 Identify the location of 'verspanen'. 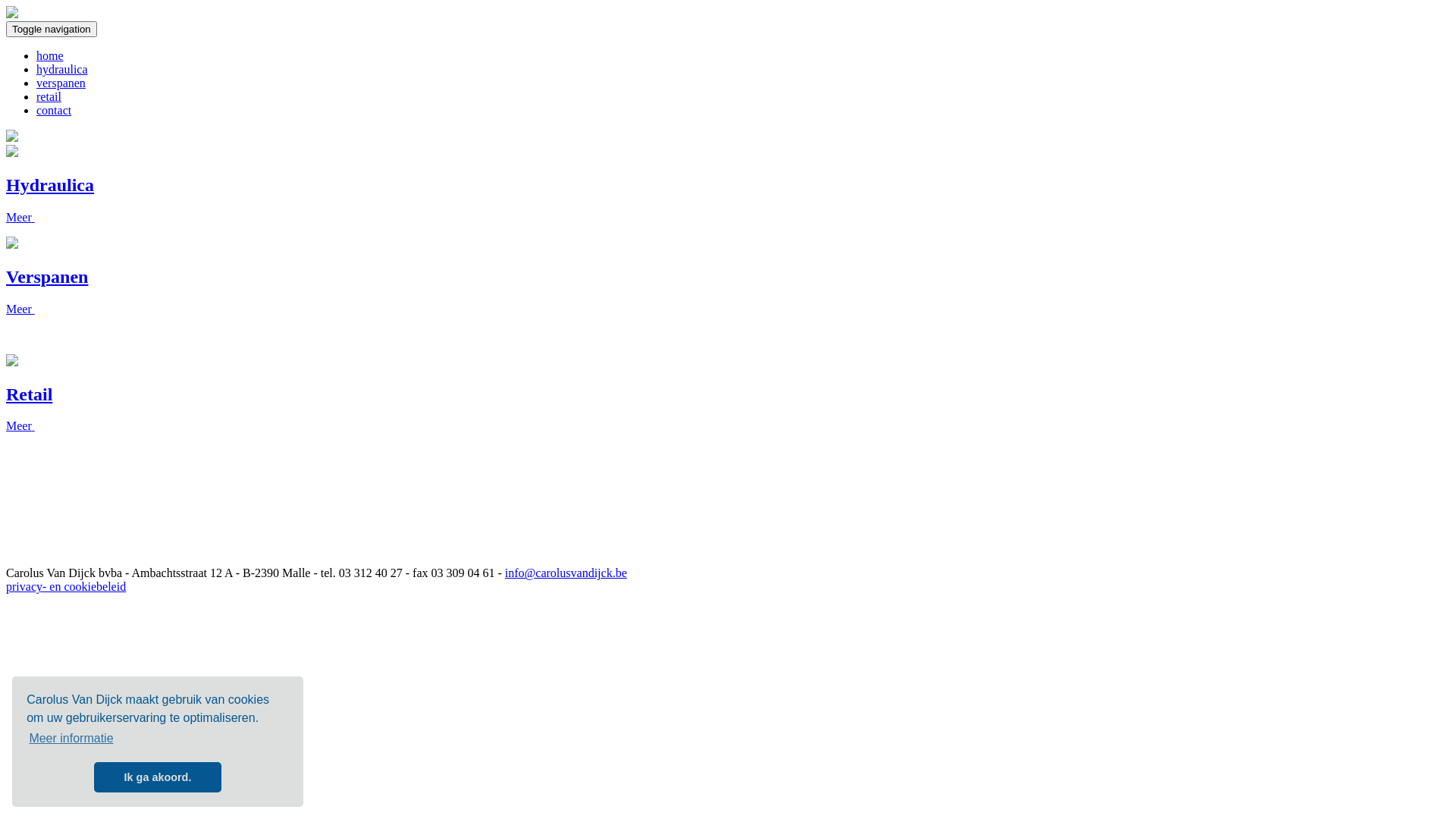
(61, 83).